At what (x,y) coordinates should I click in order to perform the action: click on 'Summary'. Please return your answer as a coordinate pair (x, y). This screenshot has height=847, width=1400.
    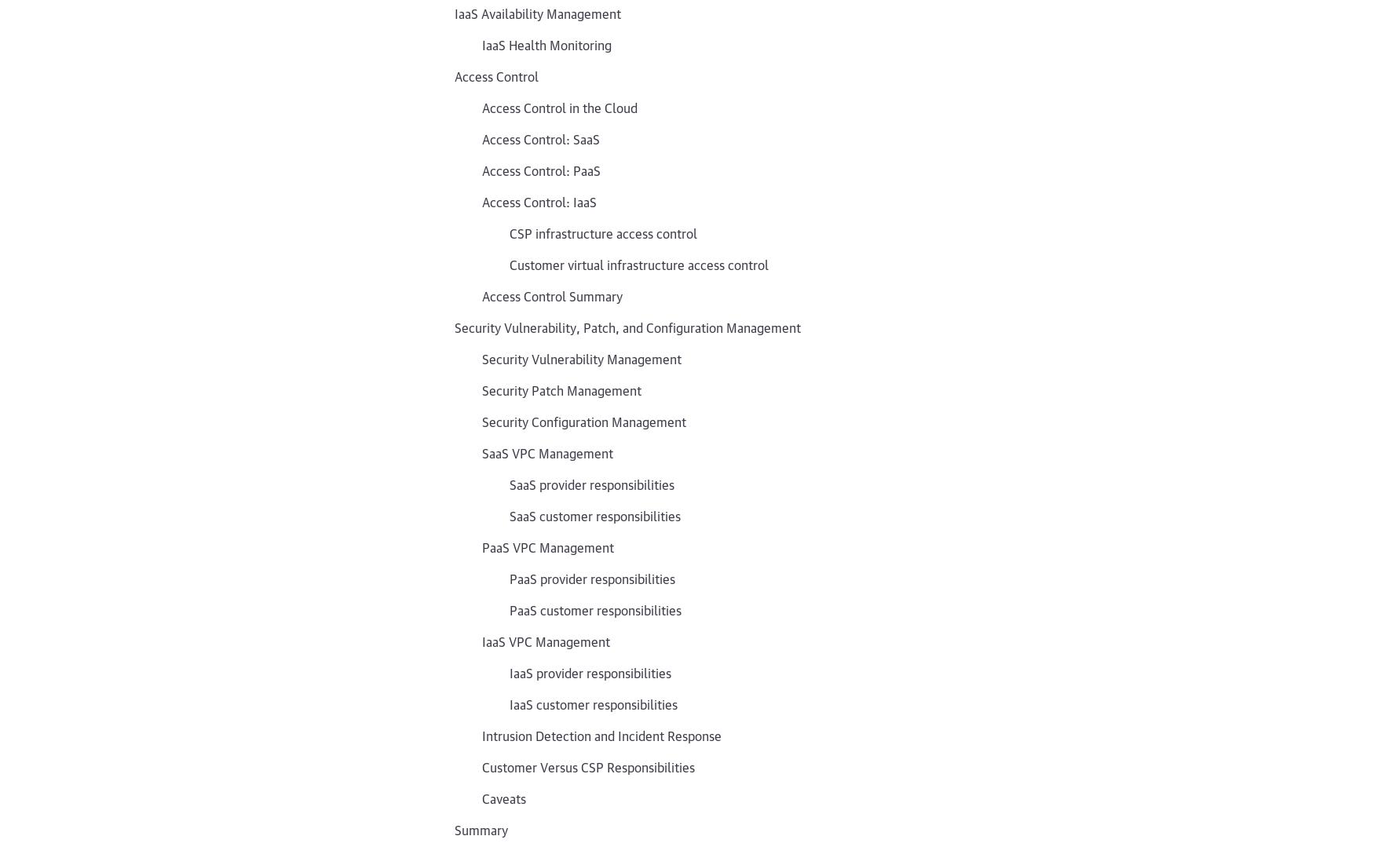
    Looking at the image, I should click on (453, 828).